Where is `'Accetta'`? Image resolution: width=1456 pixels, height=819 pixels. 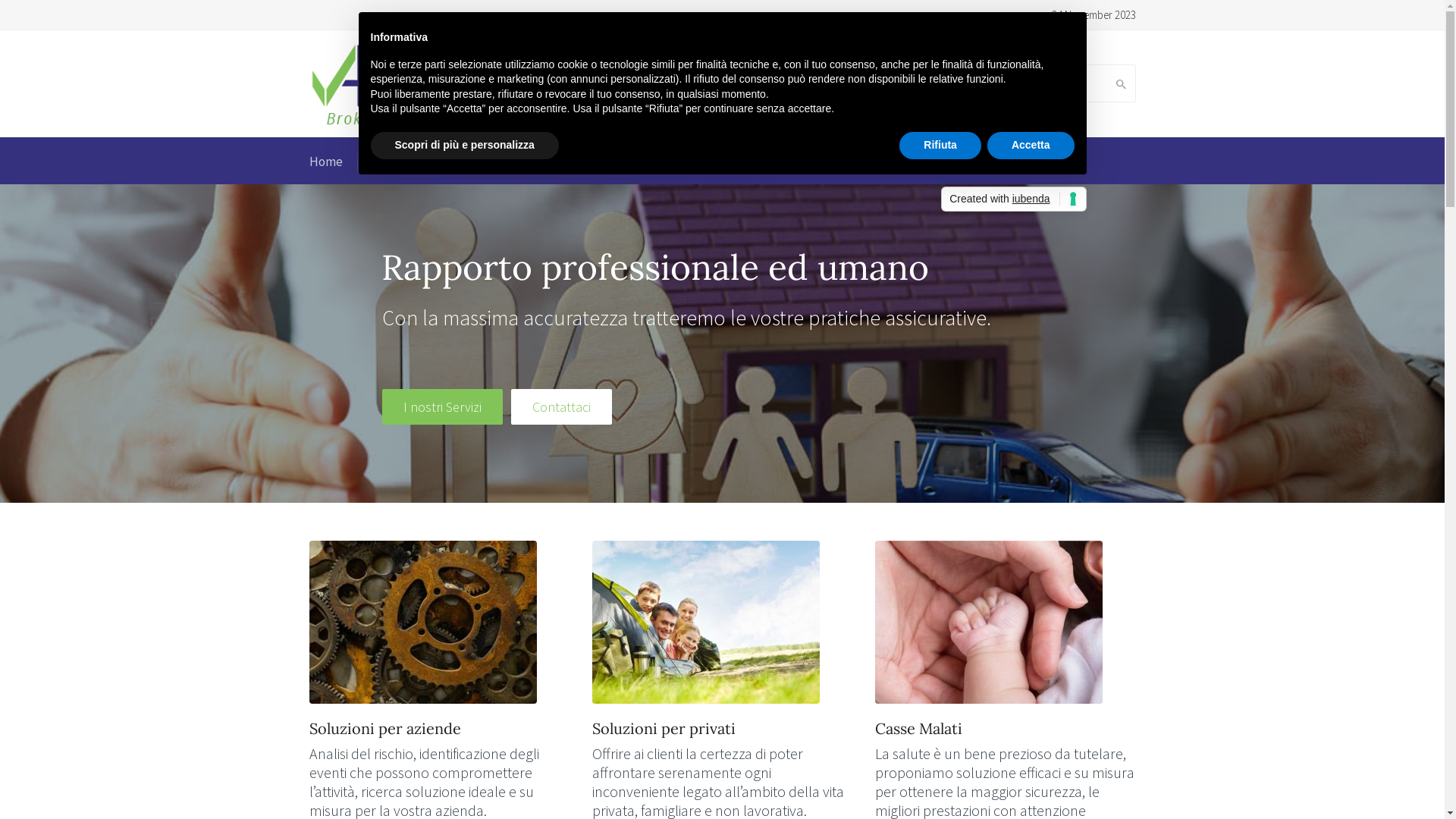 'Accetta' is located at coordinates (1031, 146).